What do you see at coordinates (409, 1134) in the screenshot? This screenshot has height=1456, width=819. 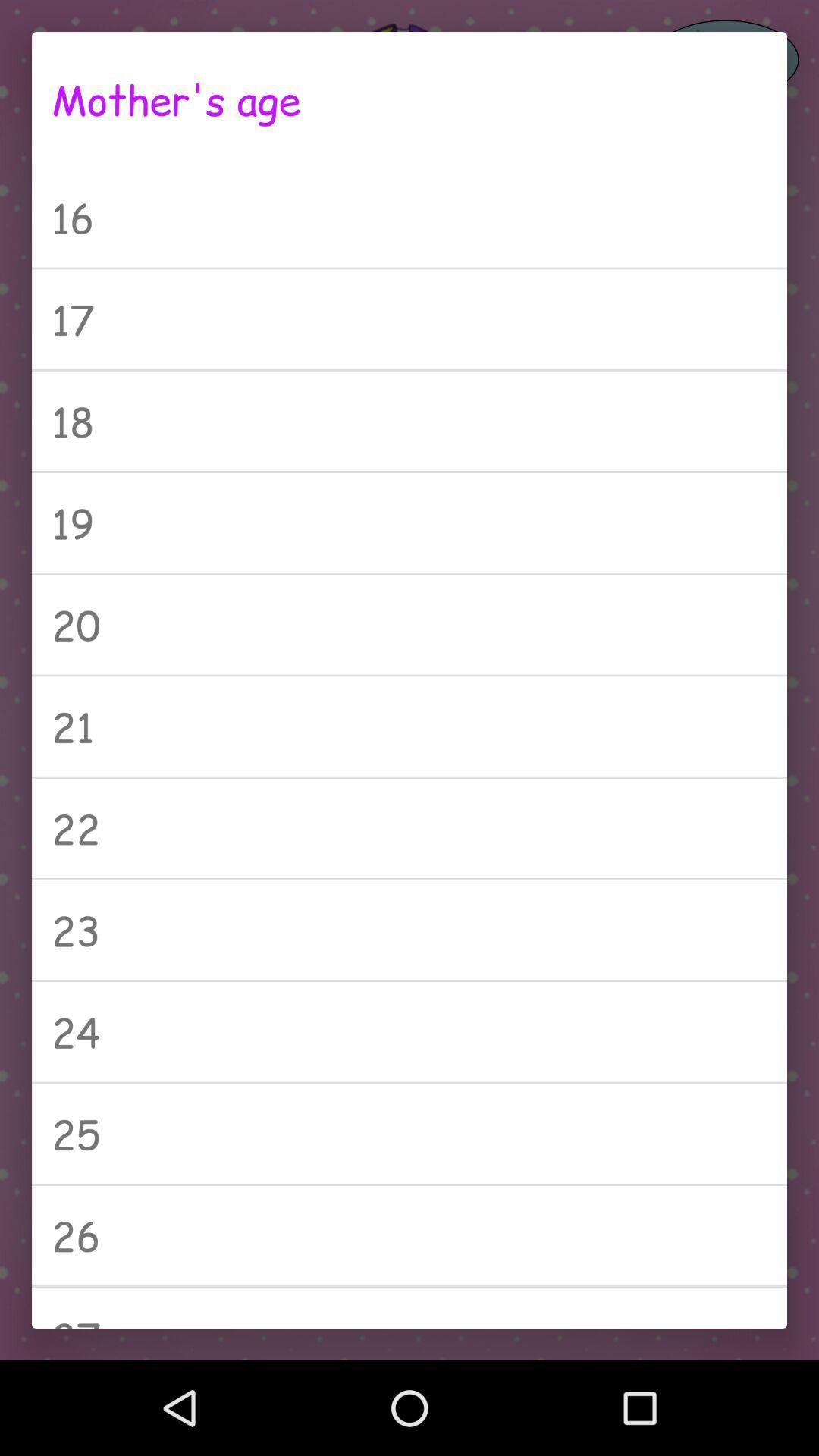 I see `the item above 26 item` at bounding box center [409, 1134].